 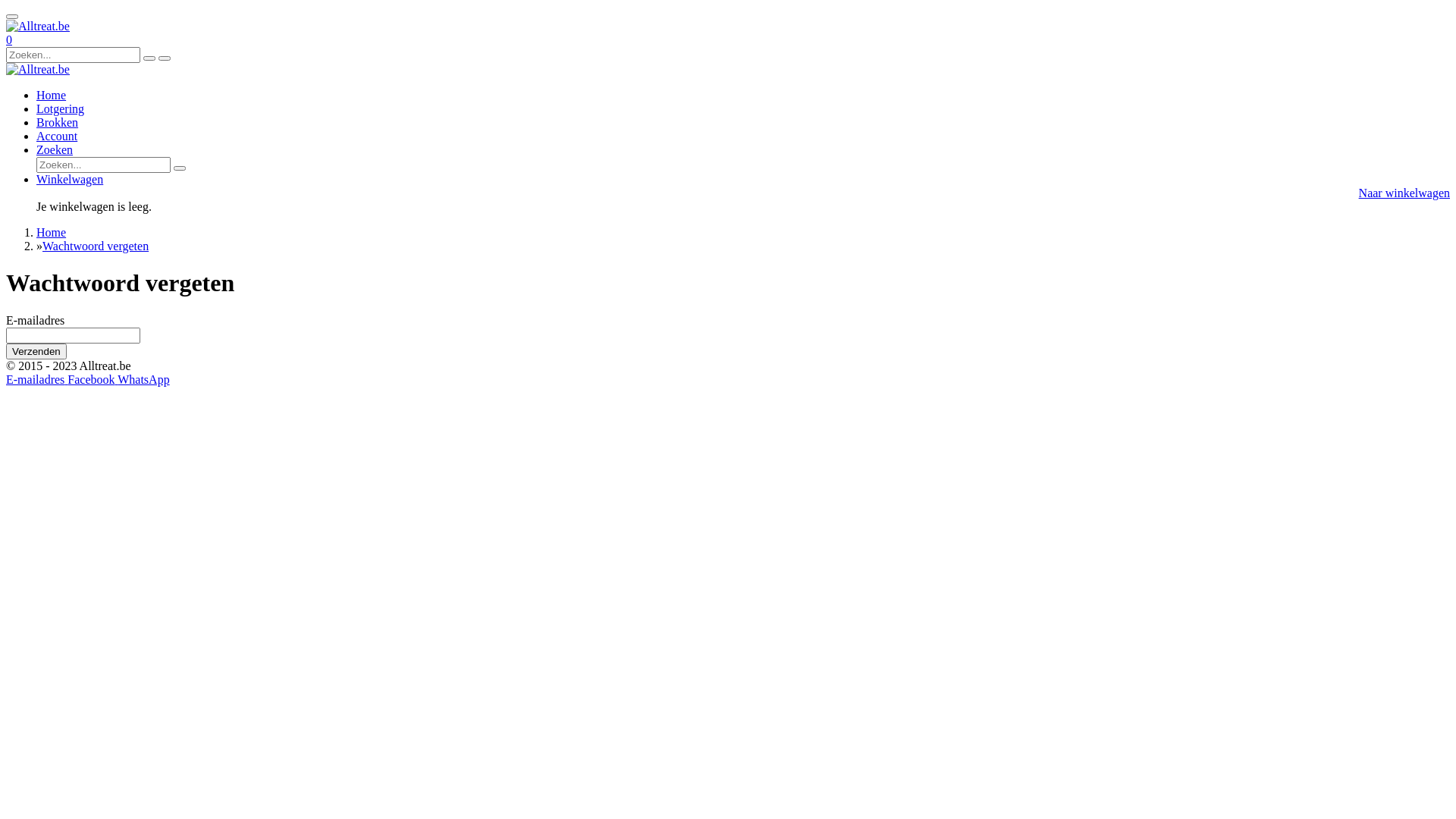 What do you see at coordinates (91, 378) in the screenshot?
I see `'Facebook'` at bounding box center [91, 378].